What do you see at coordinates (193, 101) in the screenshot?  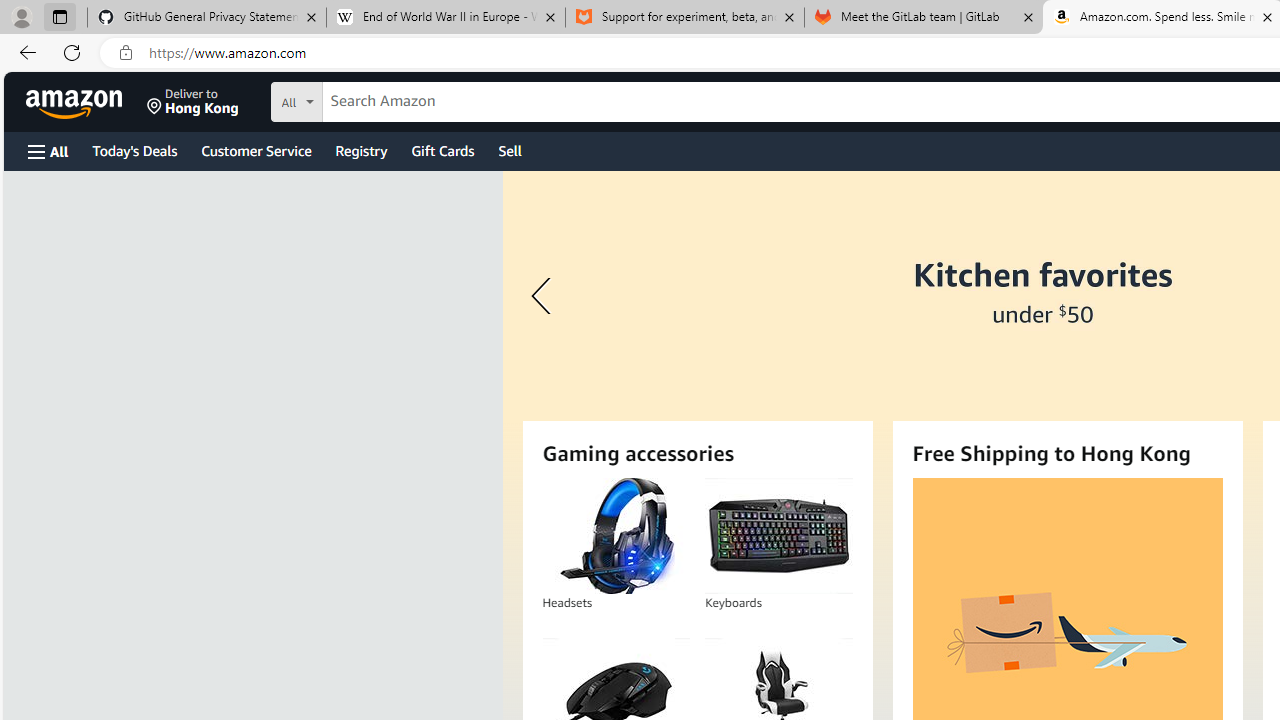 I see `'Deliver to Hong Kong'` at bounding box center [193, 101].